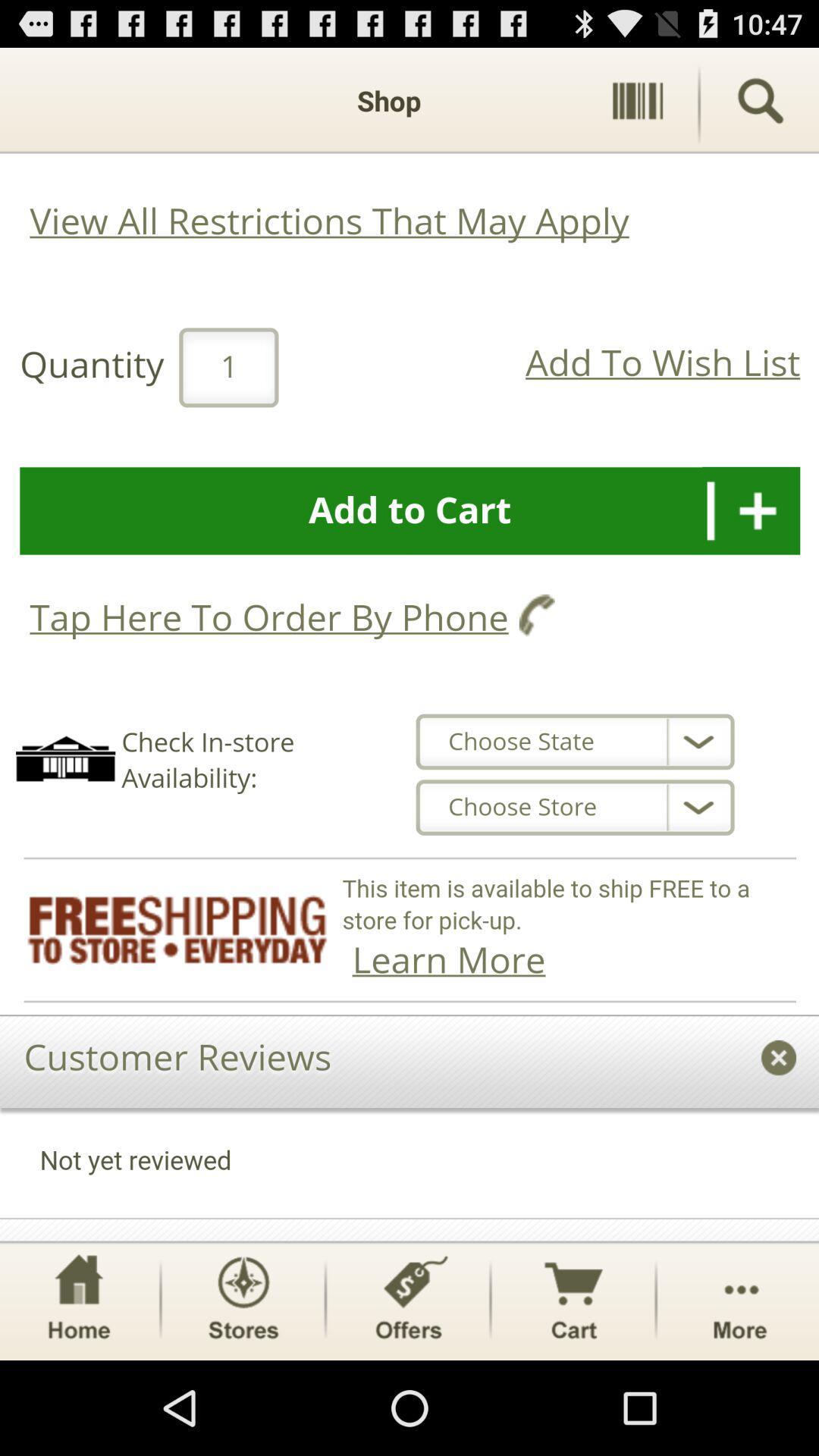 Image resolution: width=819 pixels, height=1456 pixels. Describe the element at coordinates (407, 1392) in the screenshot. I see `the label icon` at that location.